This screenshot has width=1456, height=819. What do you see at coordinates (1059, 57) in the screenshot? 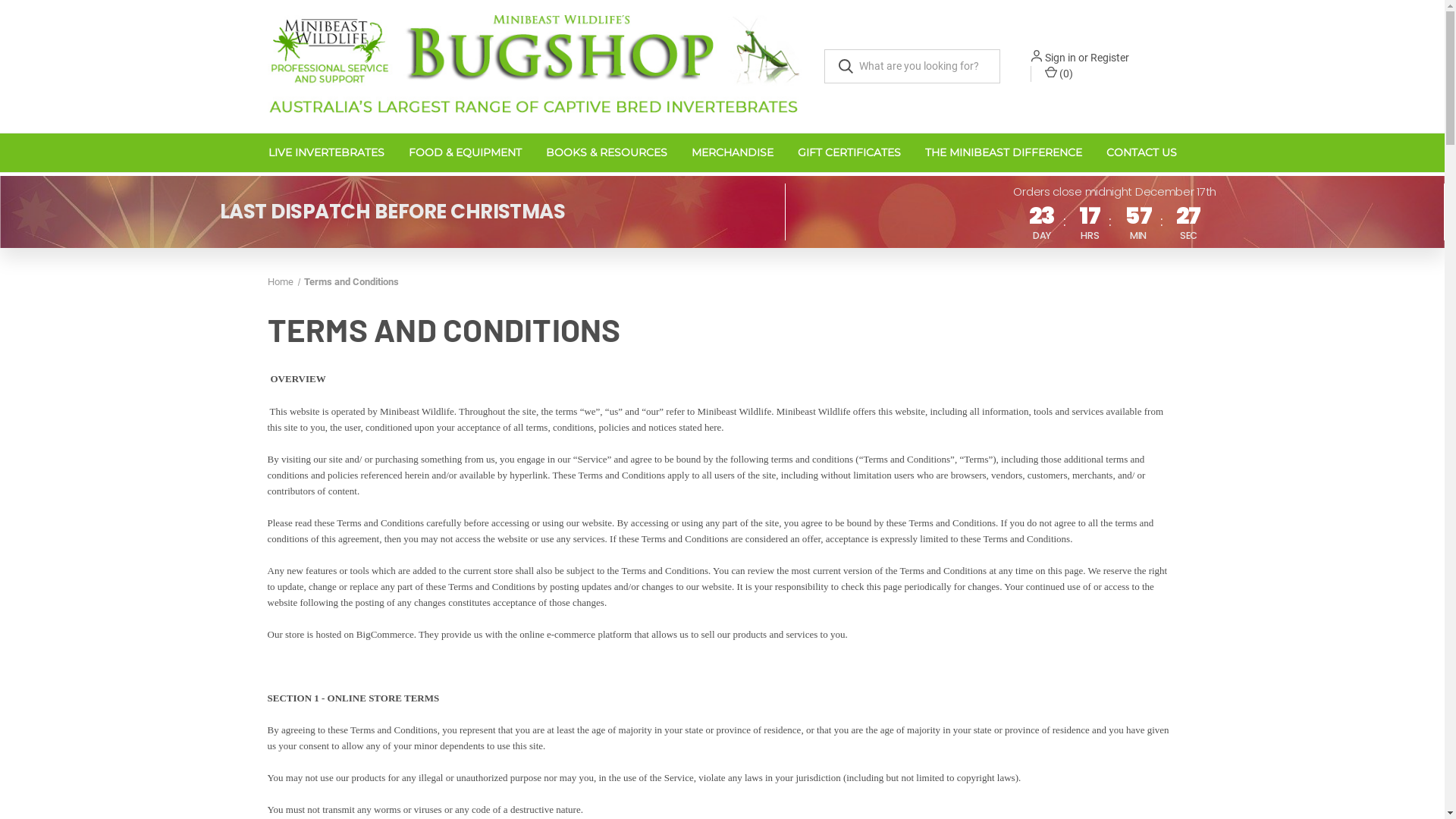
I see `'Sign in'` at bounding box center [1059, 57].